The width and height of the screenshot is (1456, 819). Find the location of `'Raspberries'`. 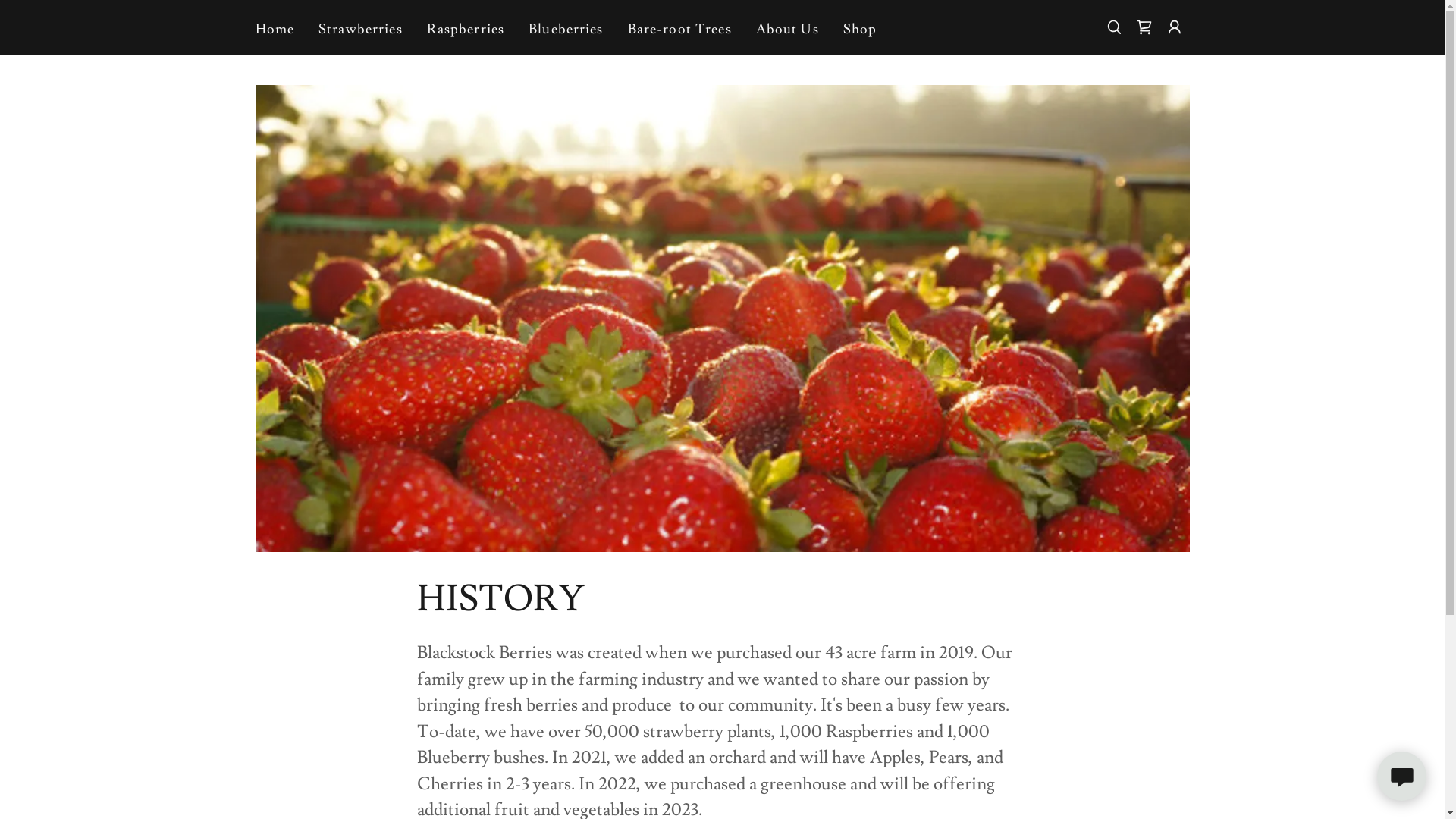

'Raspberries' is located at coordinates (465, 29).